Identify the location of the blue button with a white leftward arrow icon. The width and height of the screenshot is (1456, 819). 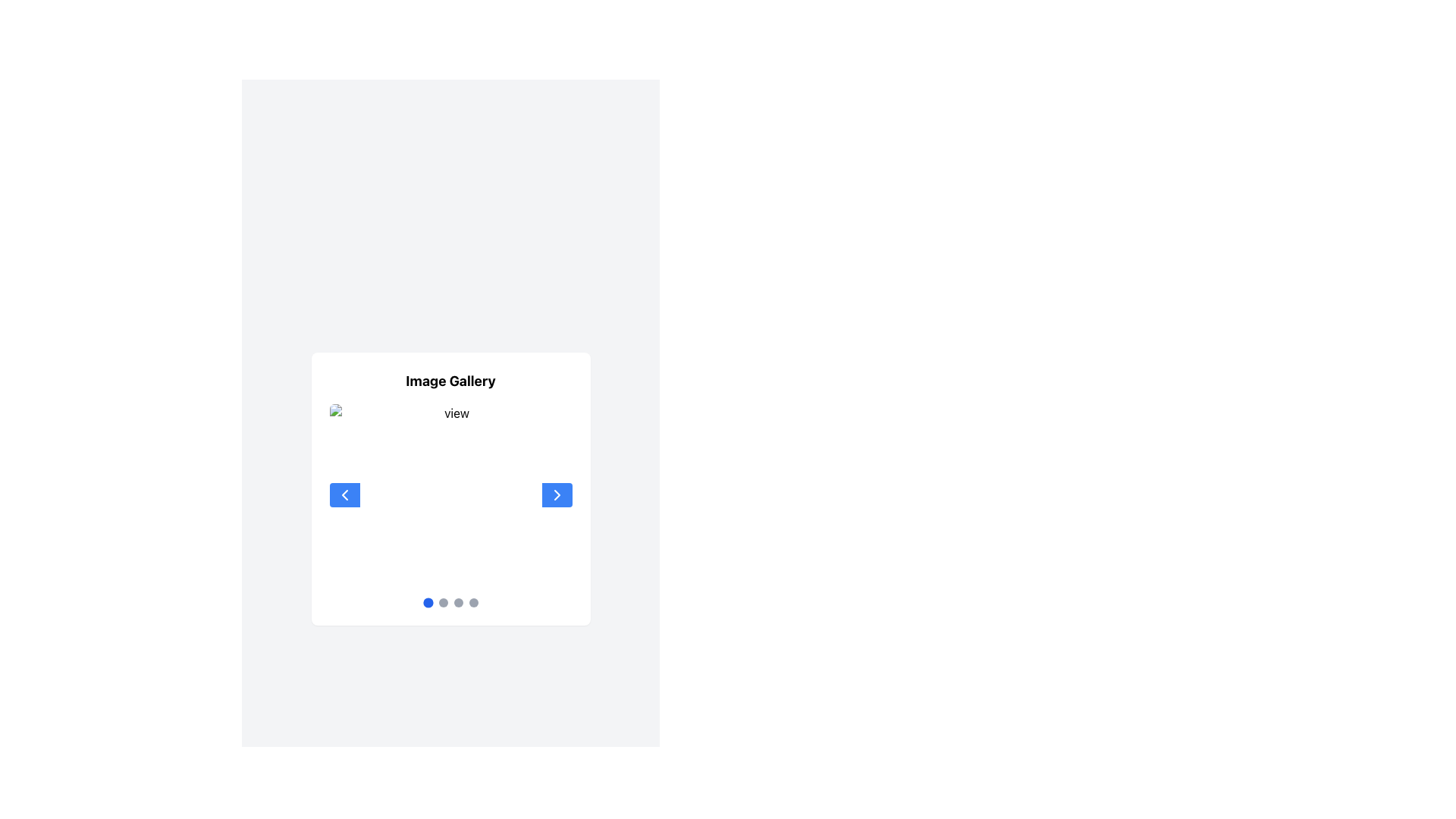
(344, 494).